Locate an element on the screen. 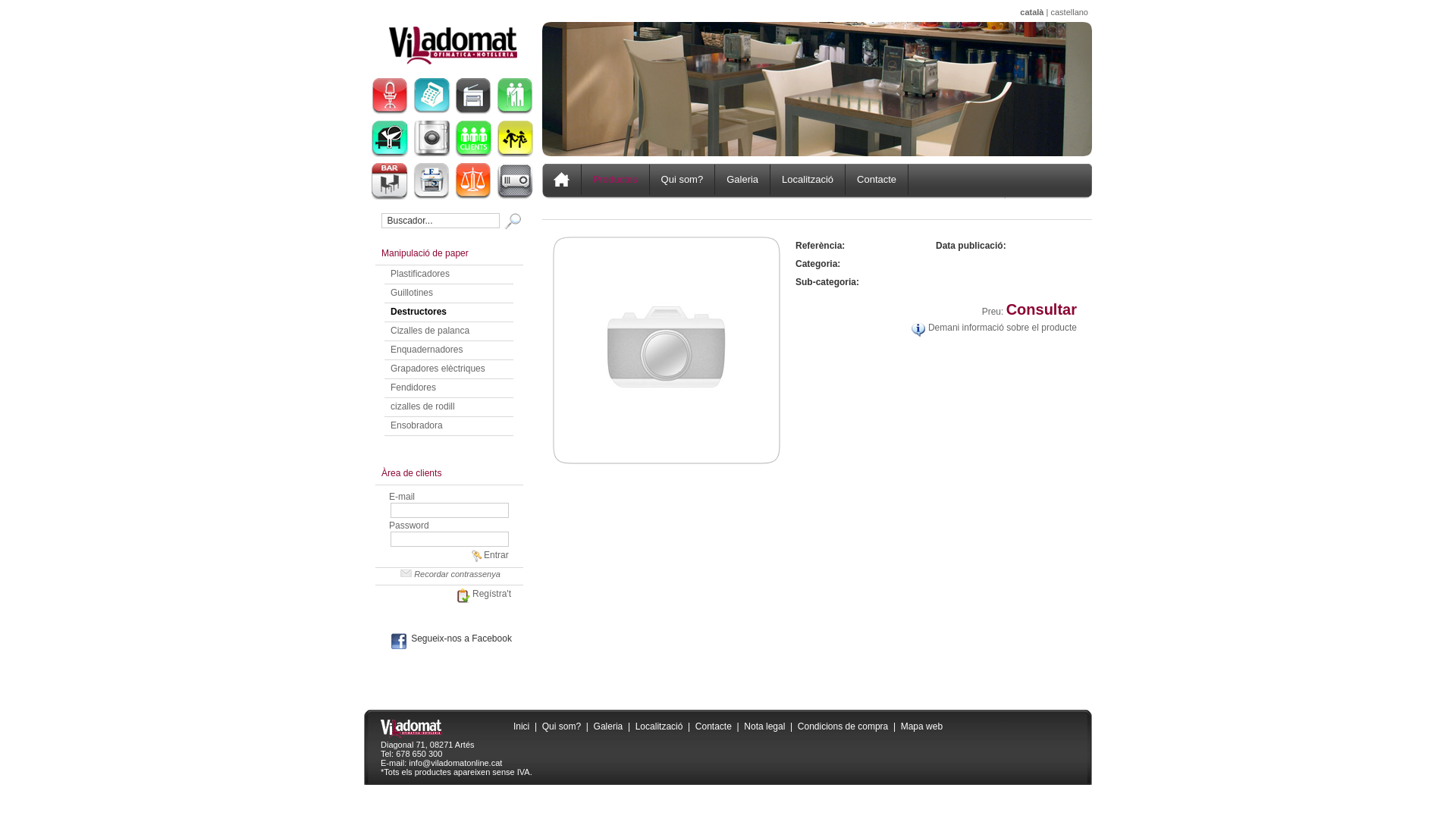  'Equips audiovisuals' is located at coordinates (514, 180).